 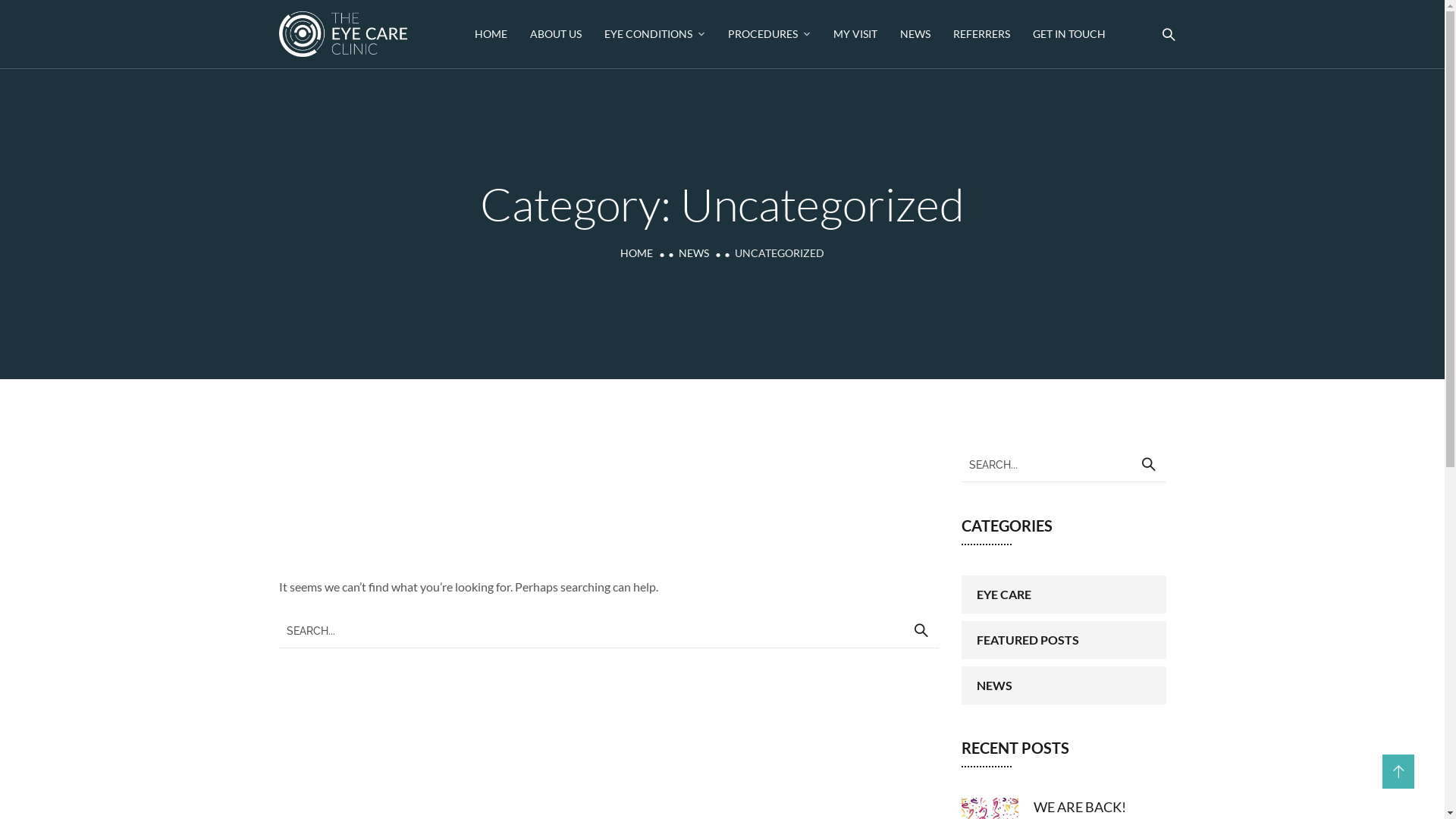 What do you see at coordinates (636, 252) in the screenshot?
I see `'HOME'` at bounding box center [636, 252].